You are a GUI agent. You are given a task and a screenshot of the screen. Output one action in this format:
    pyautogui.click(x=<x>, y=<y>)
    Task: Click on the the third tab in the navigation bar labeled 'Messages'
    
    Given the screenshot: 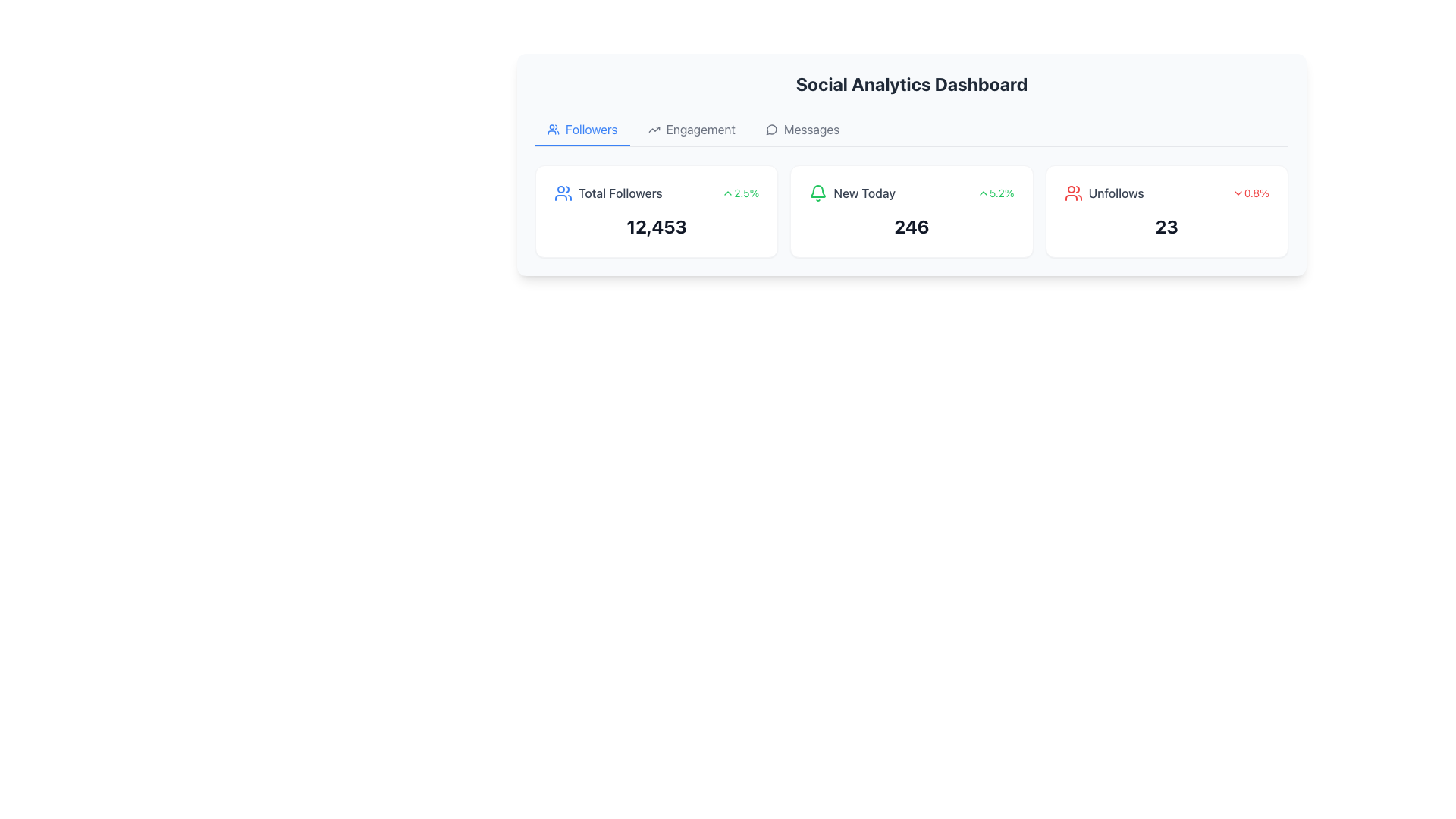 What is the action you would take?
    pyautogui.click(x=802, y=130)
    